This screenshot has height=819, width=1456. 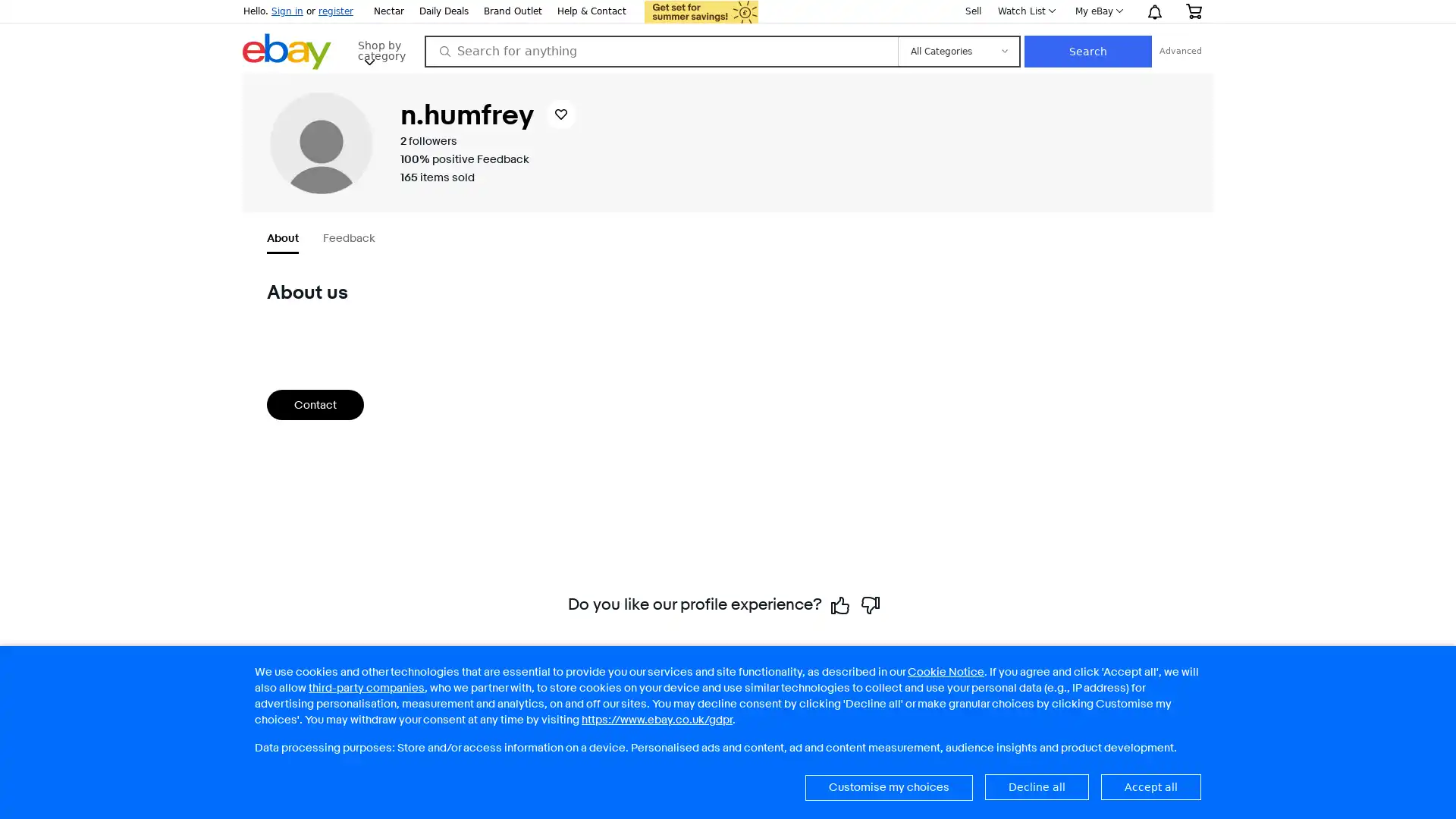 What do you see at coordinates (1150, 786) in the screenshot?
I see `Accept privacy terms and settings` at bounding box center [1150, 786].